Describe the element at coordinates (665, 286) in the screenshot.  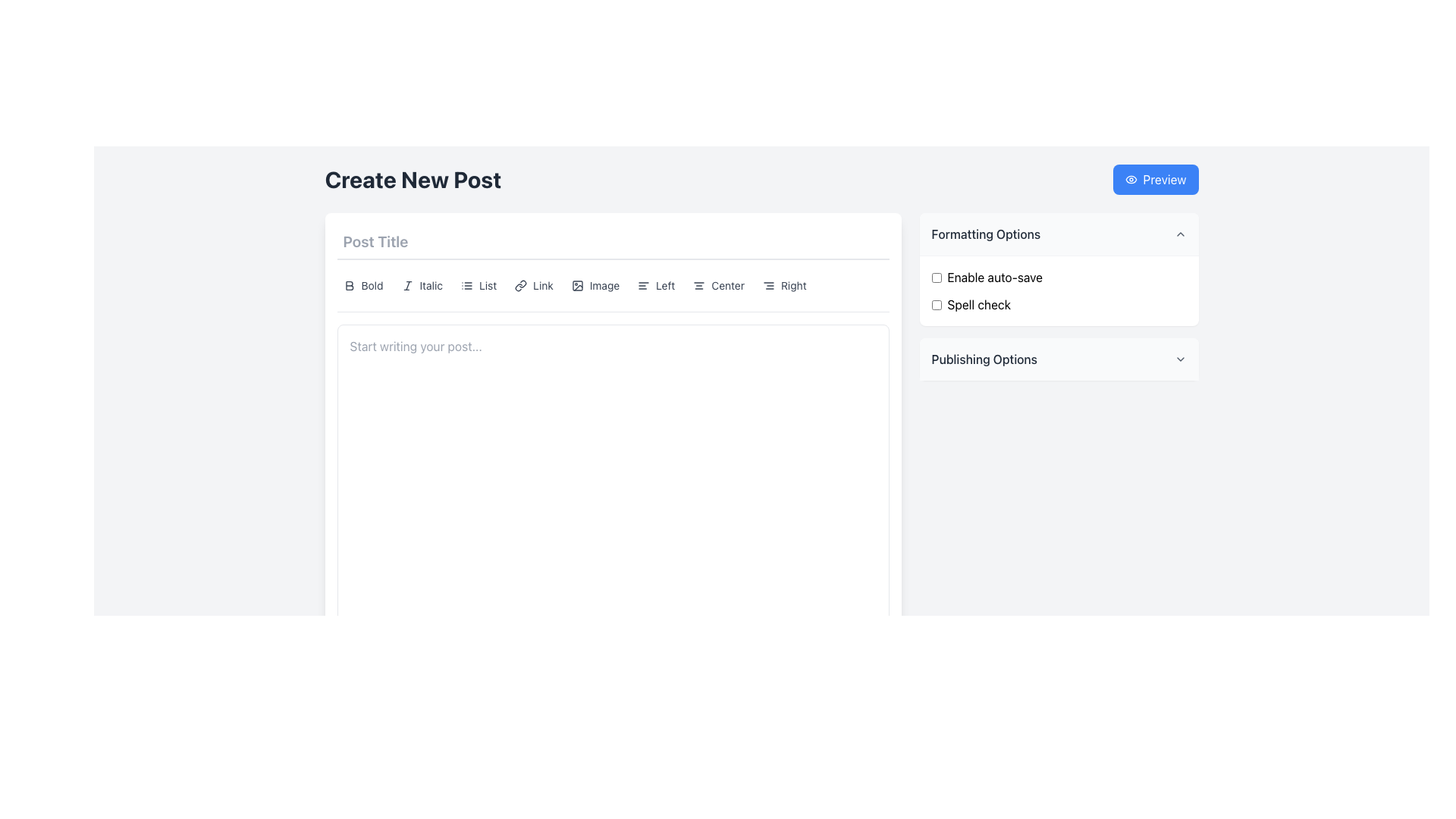
I see `the text label displaying 'Left', which is styled in gray and is part of a vertical alignment toolbar` at that location.